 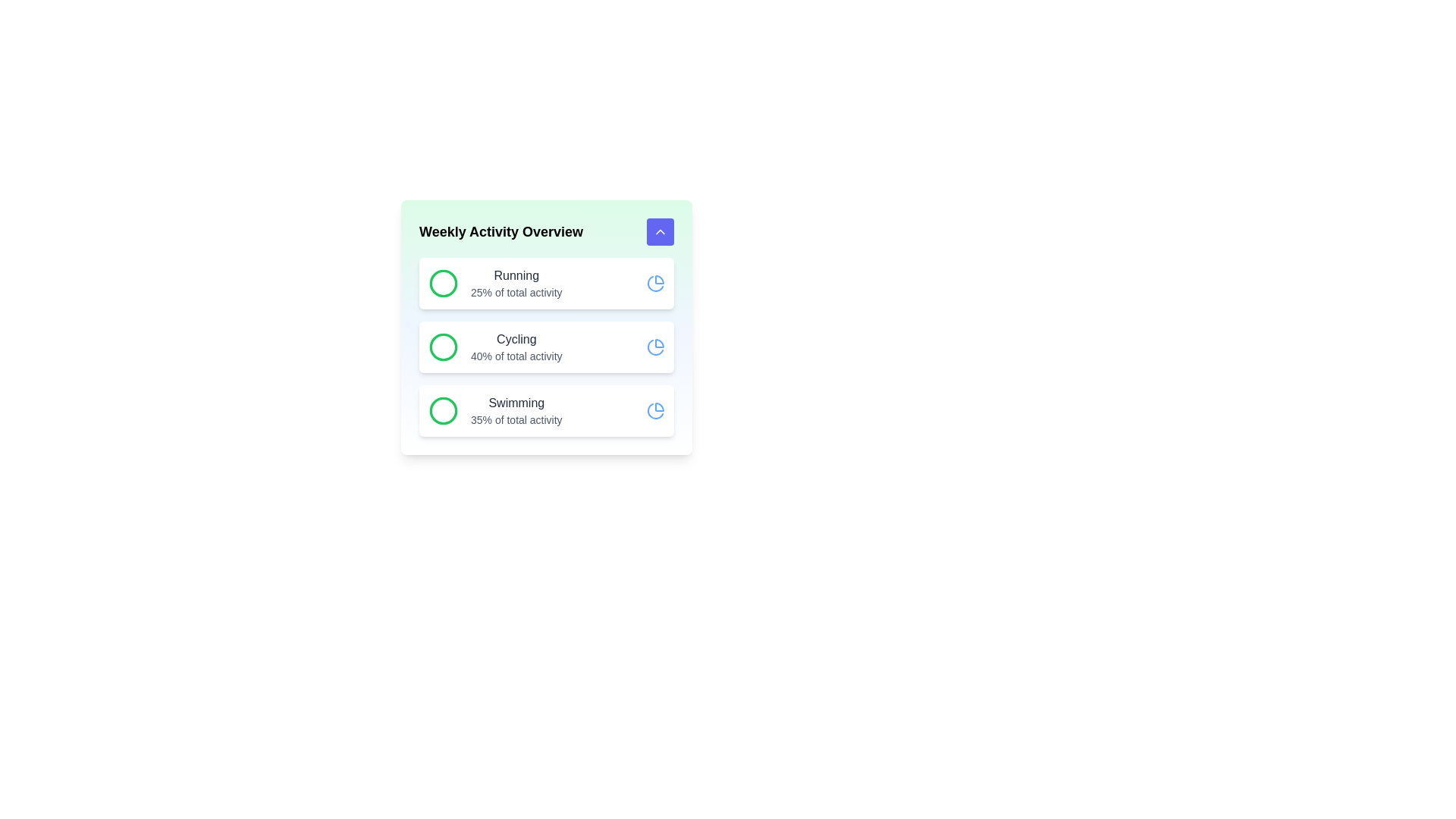 I want to click on the upper-right quarter-circle section of the pie chart icon, which is styled with a blue stroke and located to the right of the 'Weekly Activity Overview' heading, so click(x=659, y=280).